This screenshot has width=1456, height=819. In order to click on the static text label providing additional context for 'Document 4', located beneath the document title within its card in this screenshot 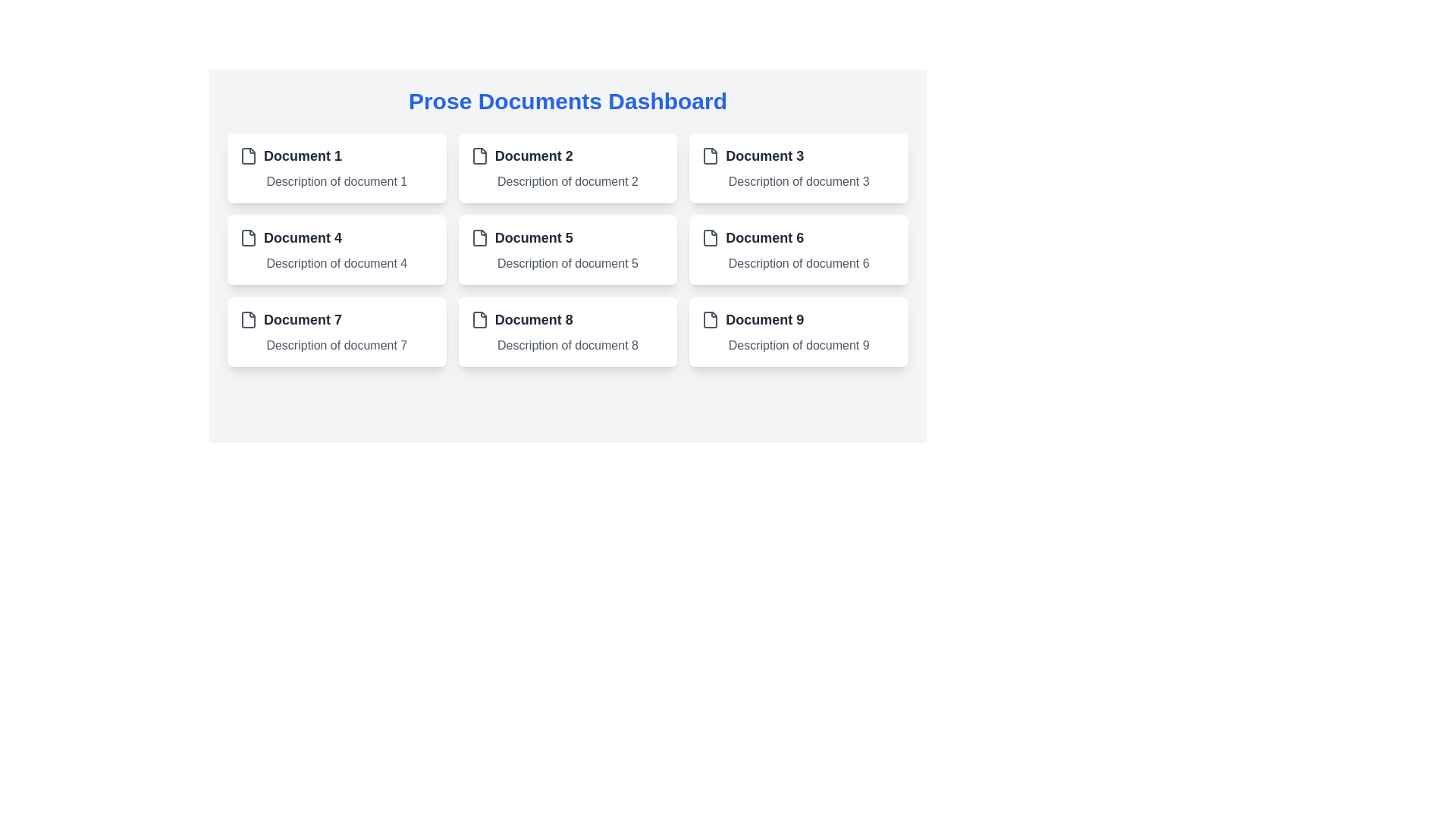, I will do `click(336, 262)`.